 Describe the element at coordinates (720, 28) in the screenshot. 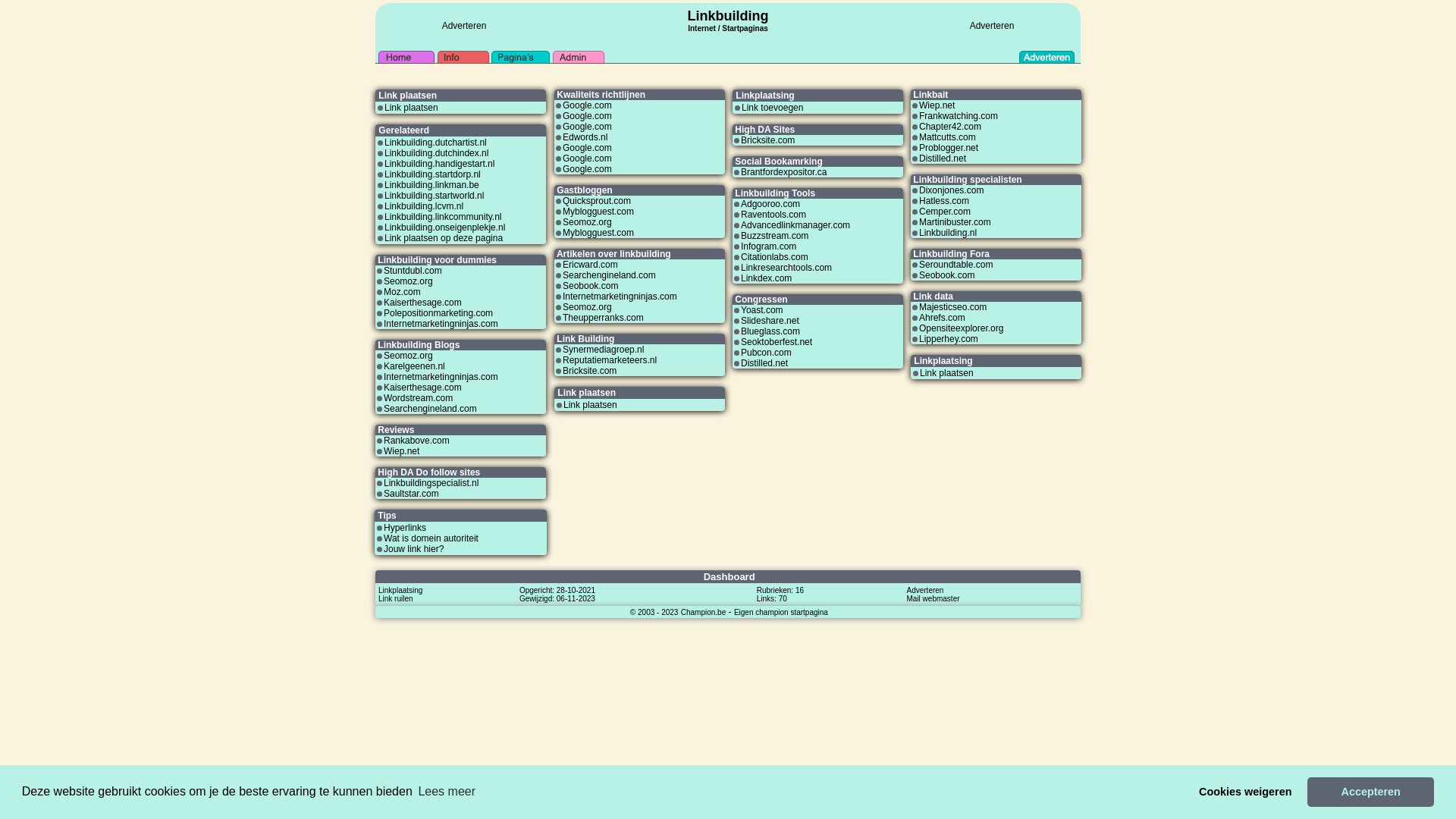

I see `'Startpaginas'` at that location.